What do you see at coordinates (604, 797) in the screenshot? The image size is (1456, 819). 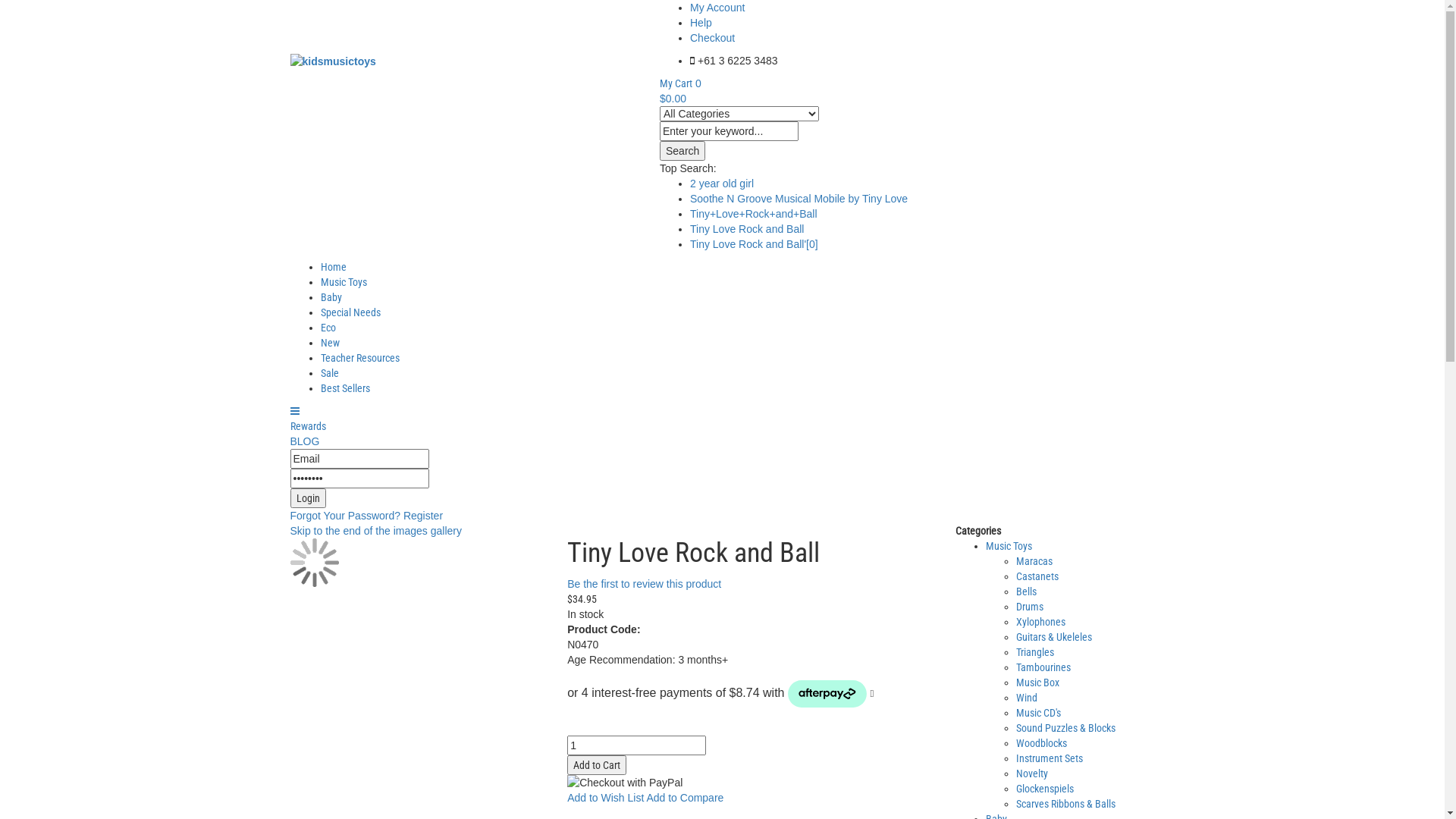 I see `'Add to Wish List'` at bounding box center [604, 797].